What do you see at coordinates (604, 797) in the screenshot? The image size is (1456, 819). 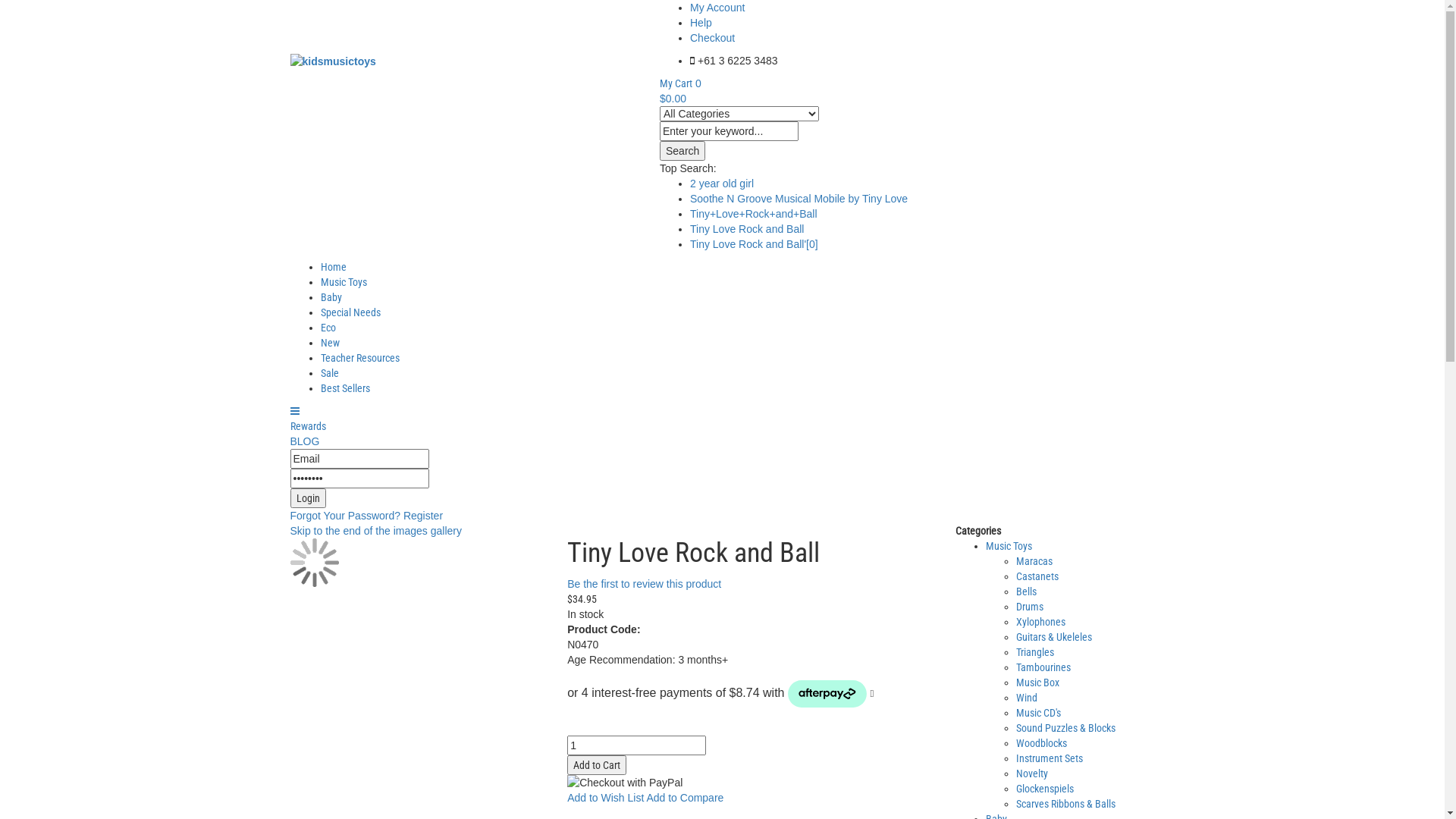 I see `'Add to Wish List'` at bounding box center [604, 797].